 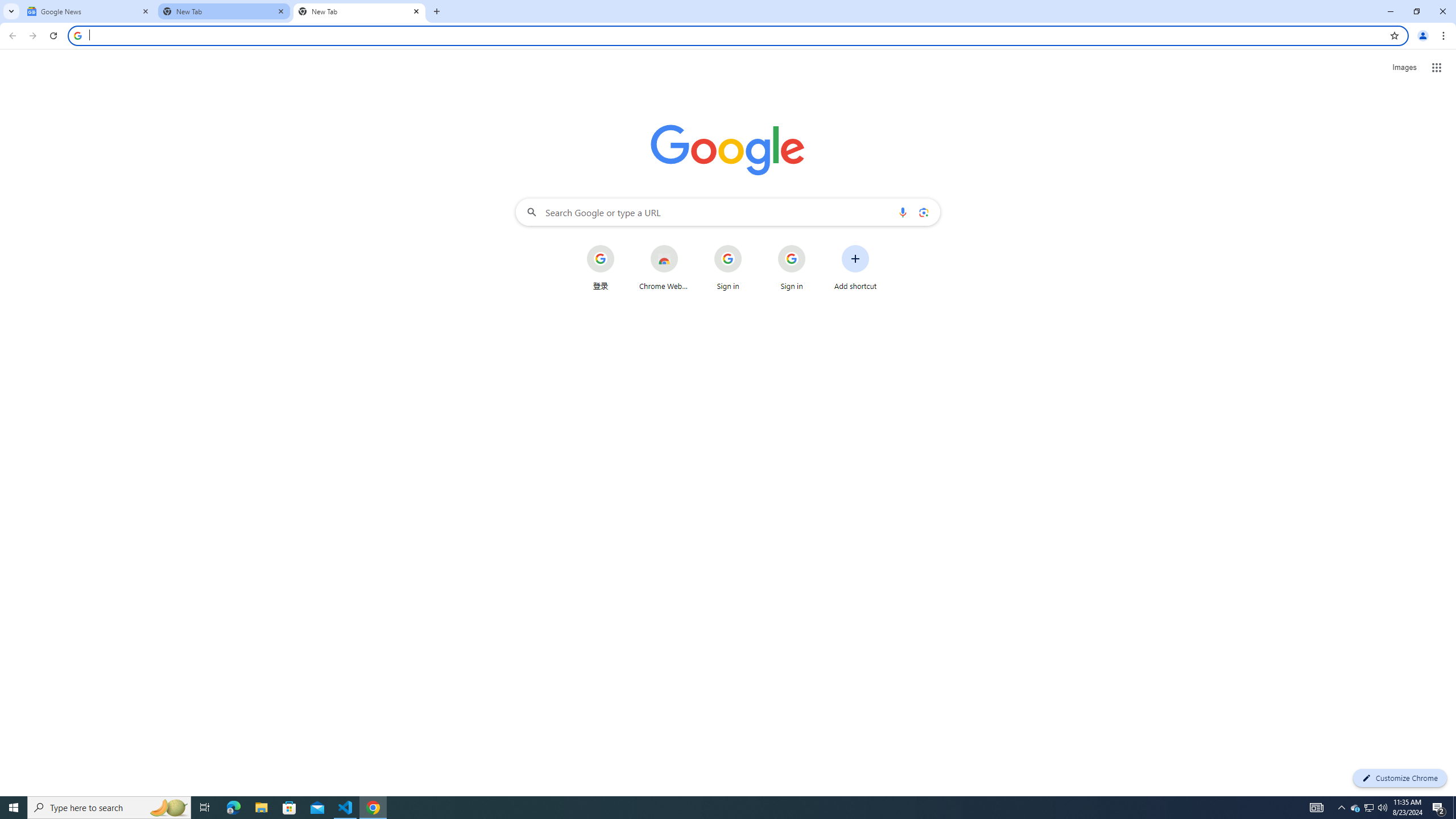 I want to click on 'Add shortcut', so click(x=855, y=267).